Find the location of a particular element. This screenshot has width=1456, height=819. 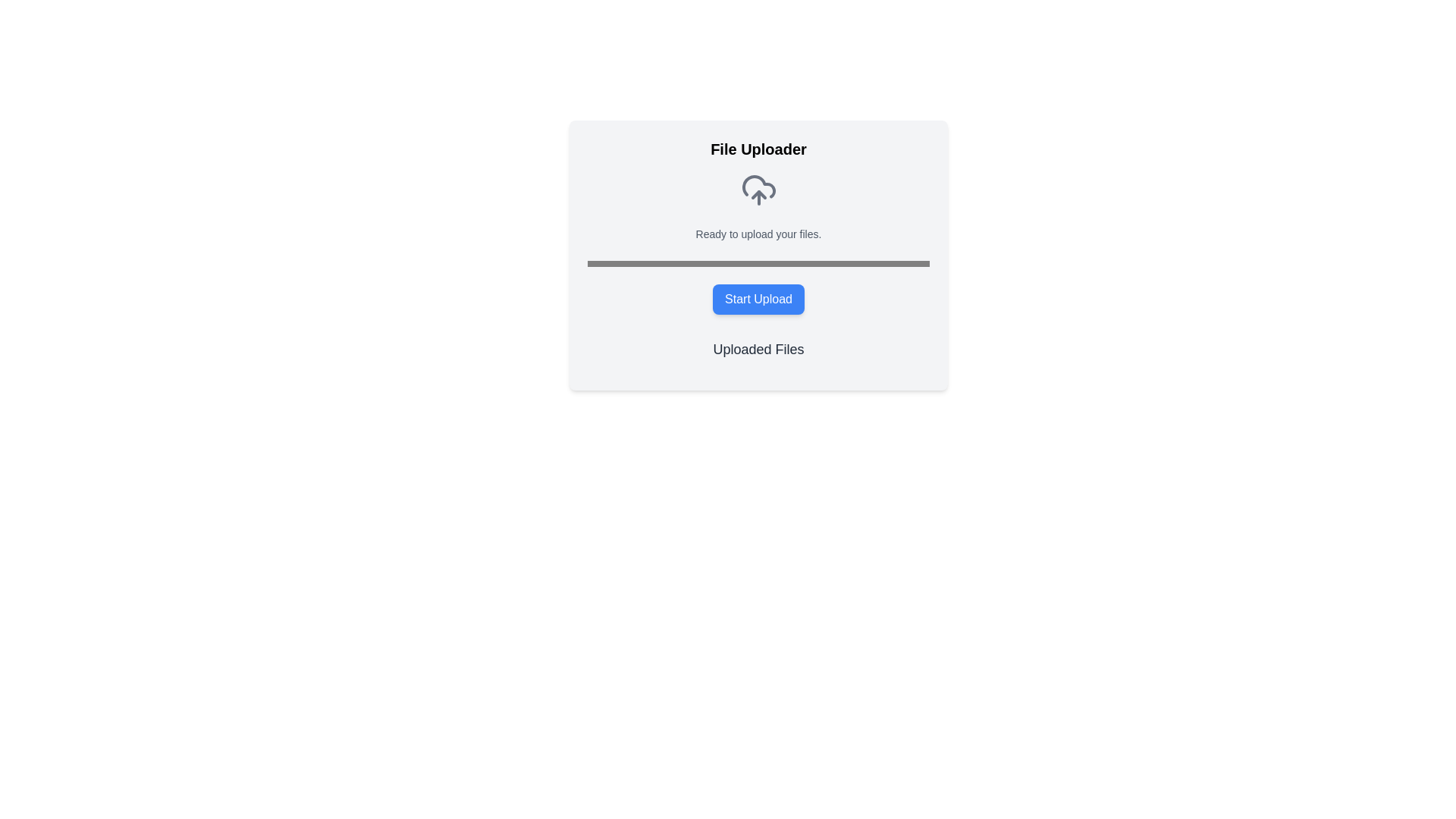

the cloud-shaped icon with an upward arrow, located below the 'File Uploader' heading, to understand its purpose is located at coordinates (758, 189).